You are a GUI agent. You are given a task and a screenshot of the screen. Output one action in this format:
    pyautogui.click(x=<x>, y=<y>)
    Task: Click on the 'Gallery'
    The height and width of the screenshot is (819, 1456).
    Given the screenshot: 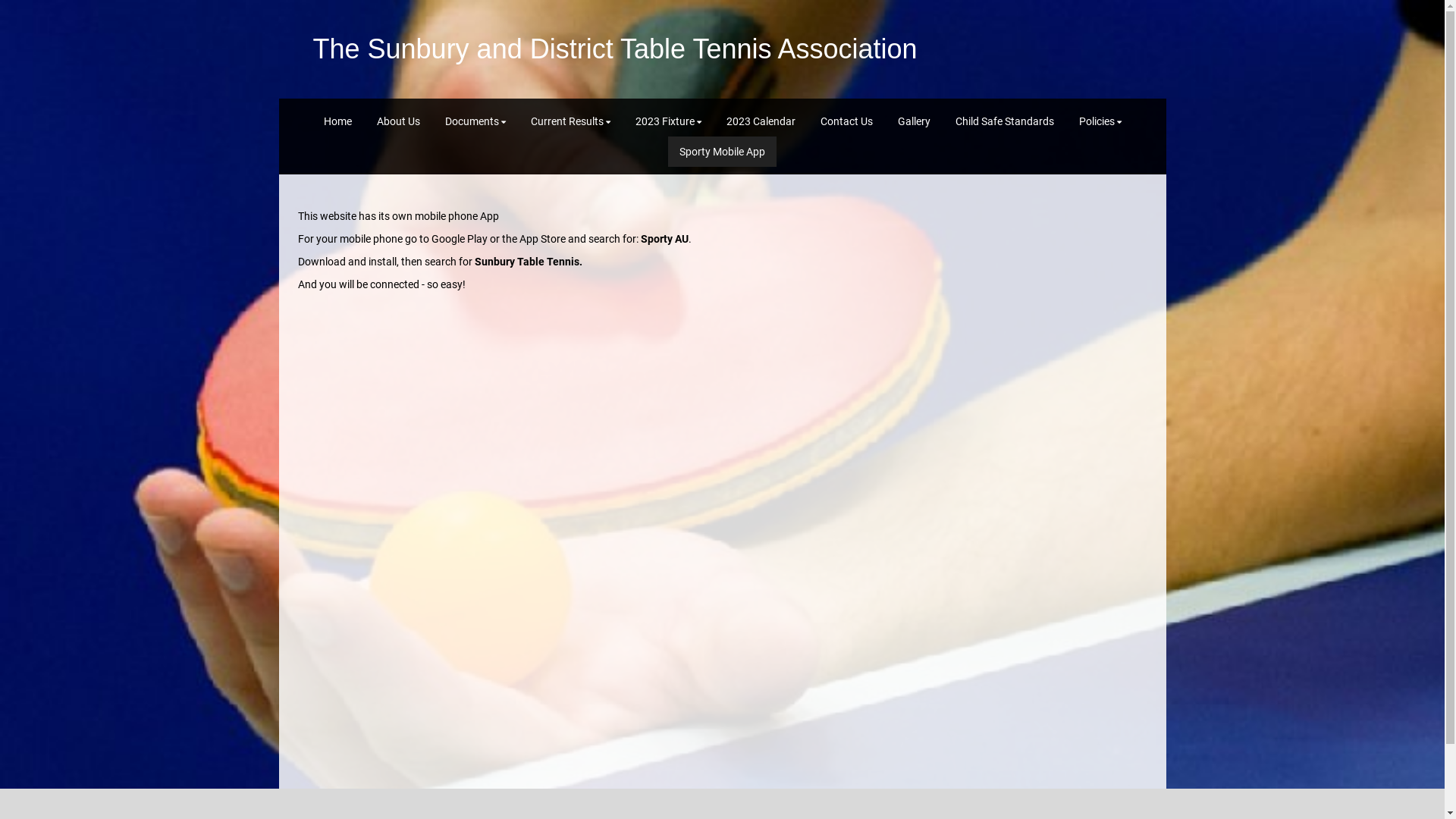 What is the action you would take?
    pyautogui.click(x=885, y=120)
    